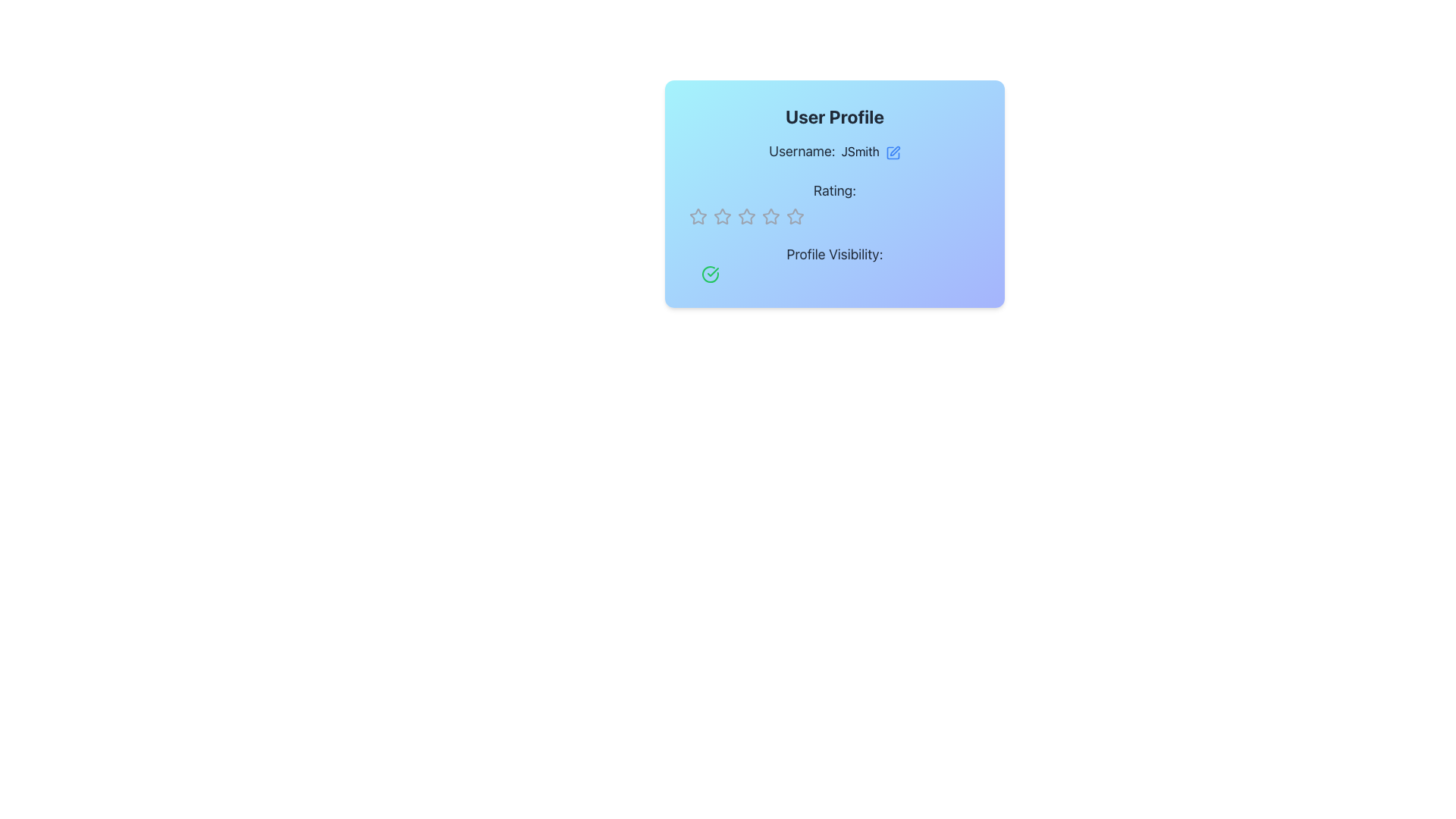  I want to click on the first unselected star icon for rating, which is gray and located under the 'Rating' label in the card layout, so click(698, 216).